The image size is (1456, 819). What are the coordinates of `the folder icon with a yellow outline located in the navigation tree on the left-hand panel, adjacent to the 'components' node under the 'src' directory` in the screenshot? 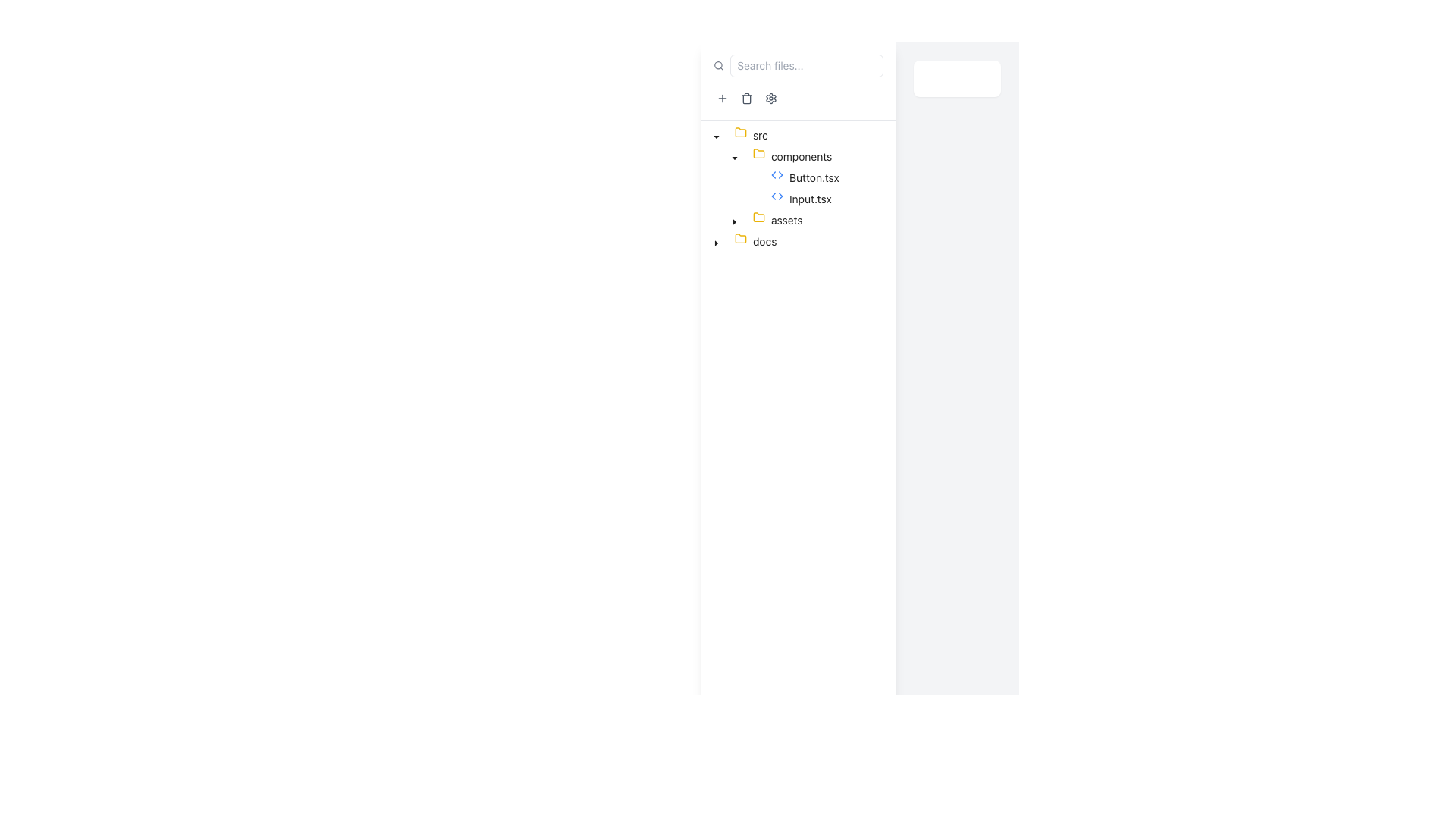 It's located at (759, 154).